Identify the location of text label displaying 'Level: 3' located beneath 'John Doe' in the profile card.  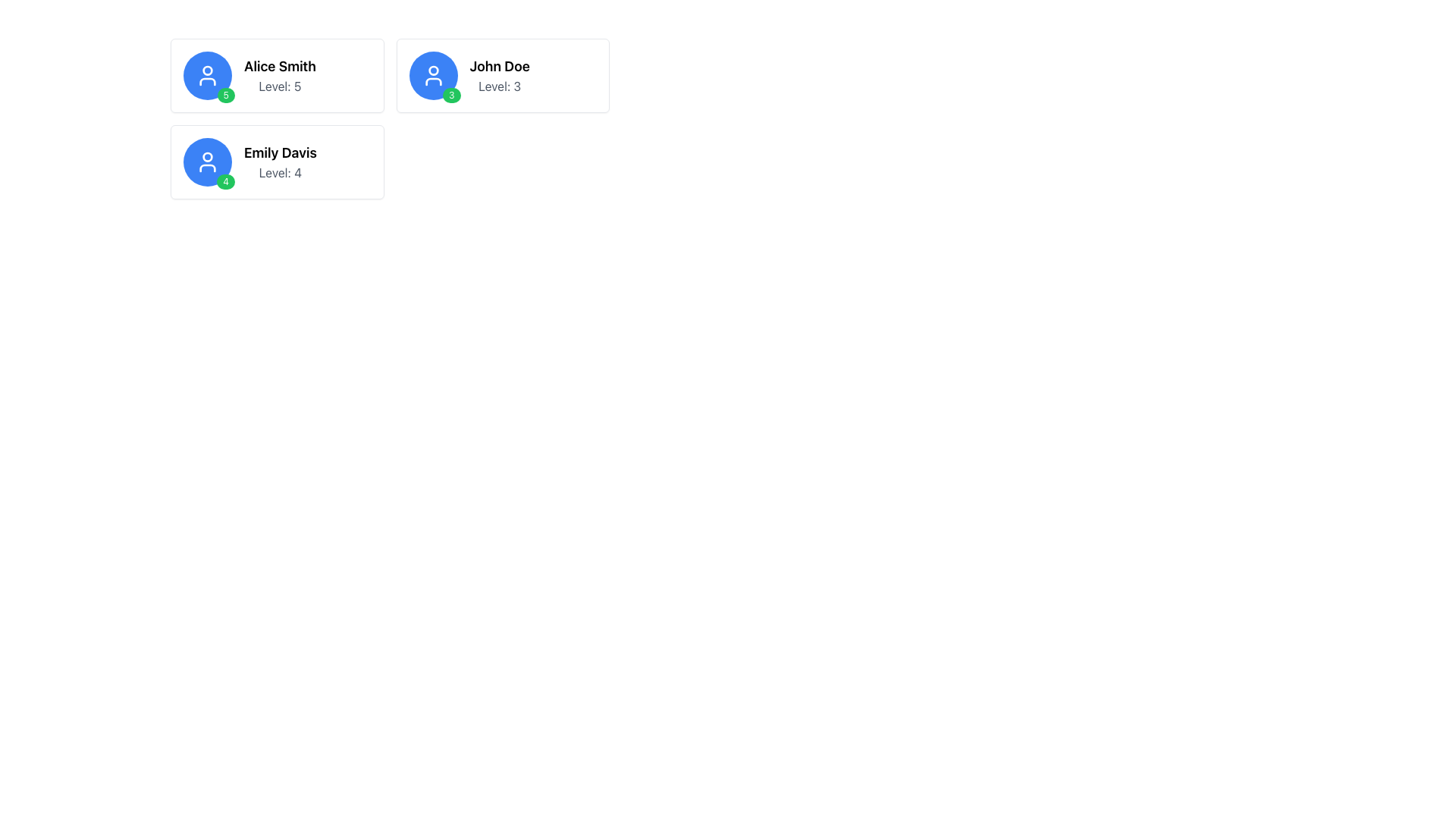
(500, 86).